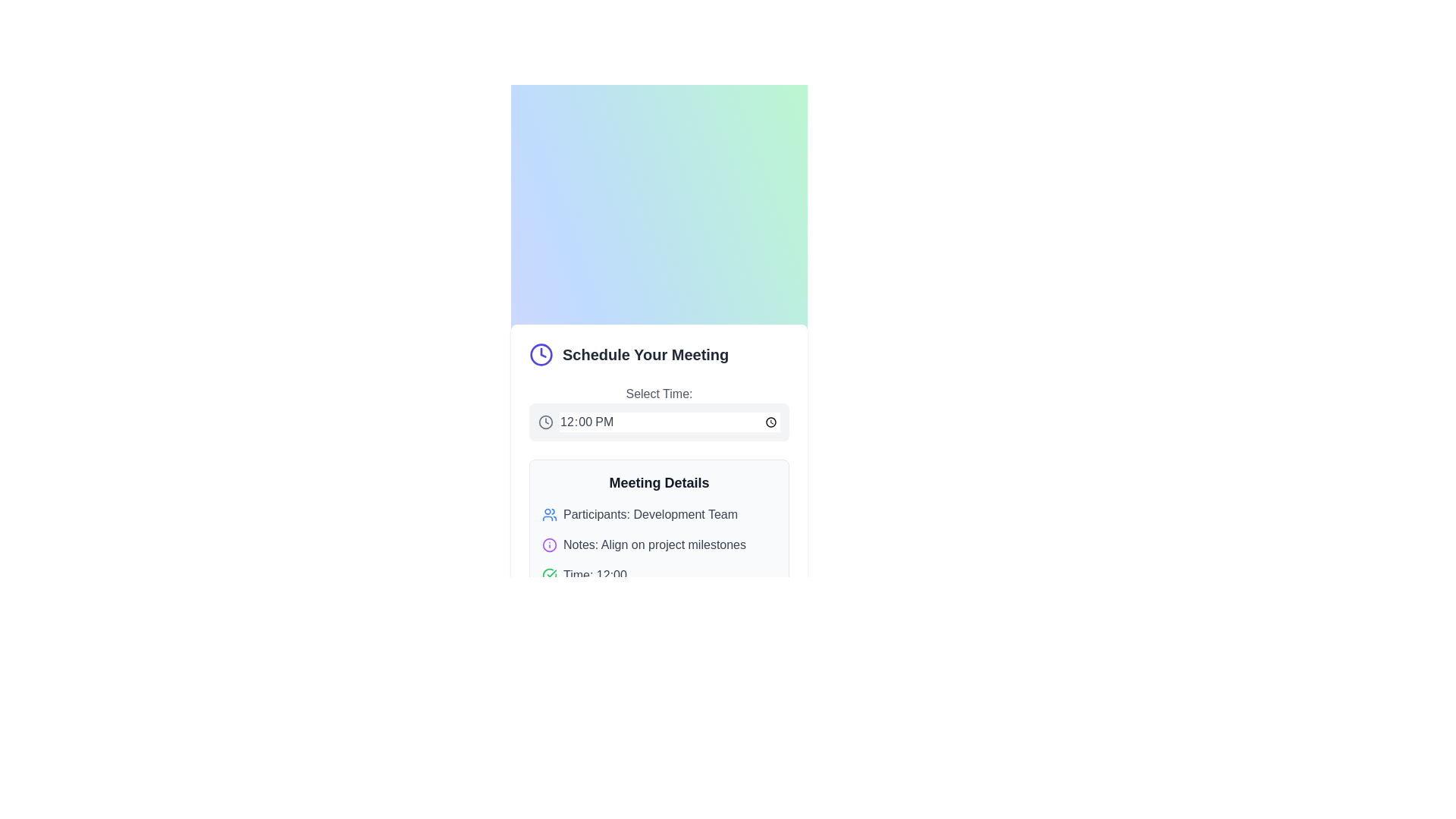  Describe the element at coordinates (659, 413) in the screenshot. I see `the Time selection input field` at that location.